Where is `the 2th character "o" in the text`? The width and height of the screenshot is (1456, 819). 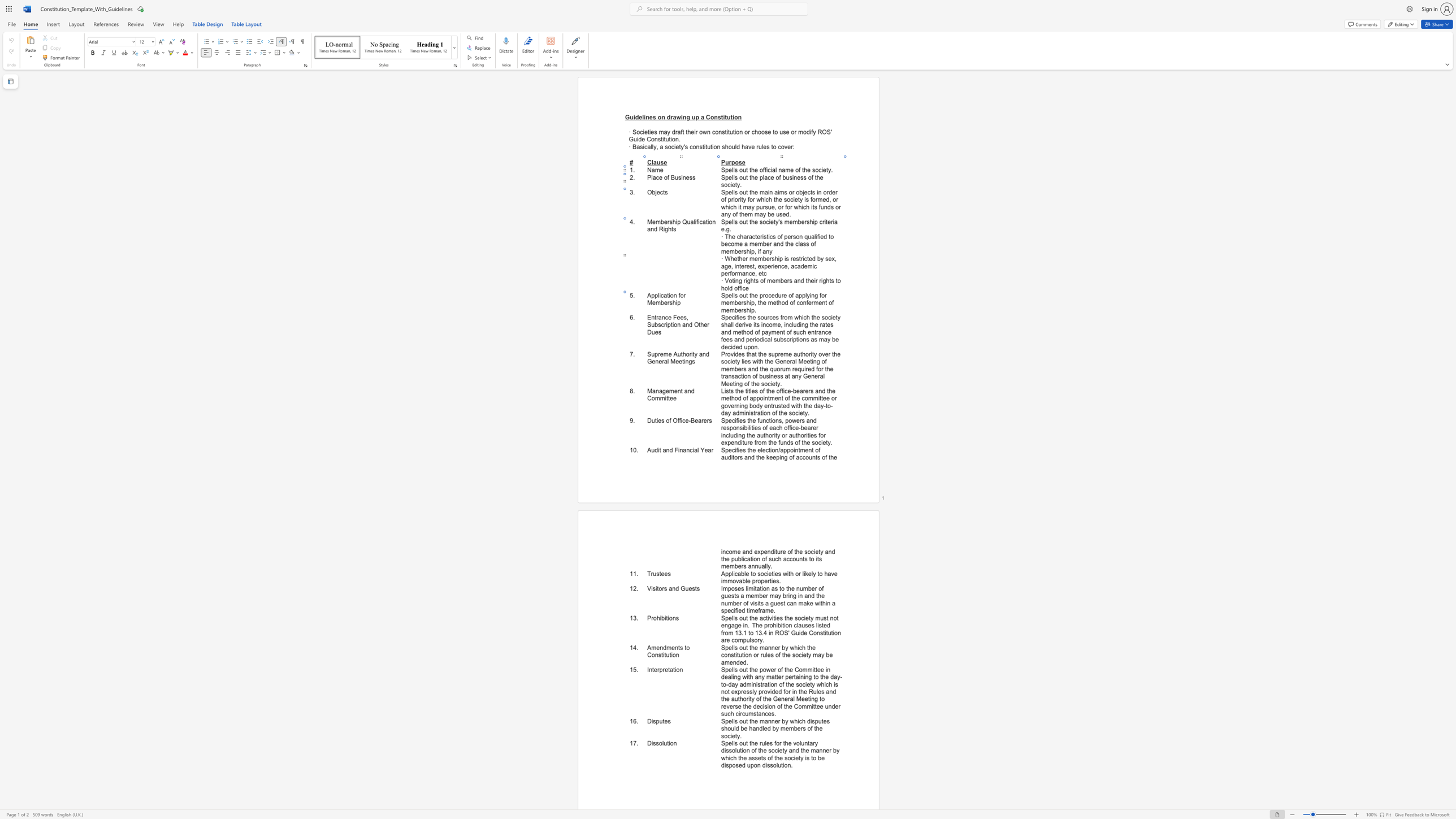 the 2th character "o" in the text is located at coordinates (761, 280).